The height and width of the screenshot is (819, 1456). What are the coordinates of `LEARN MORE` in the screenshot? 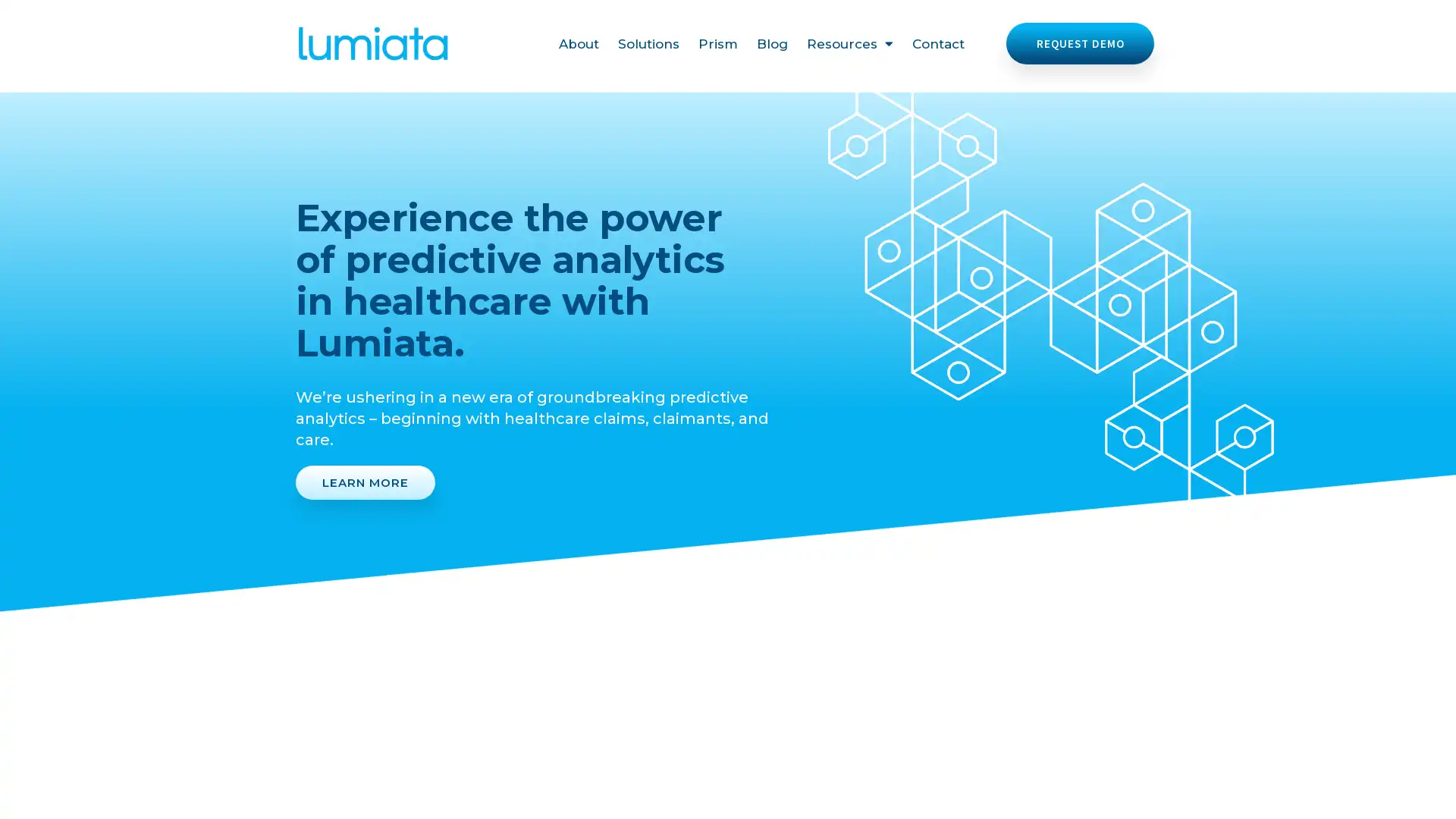 It's located at (365, 482).